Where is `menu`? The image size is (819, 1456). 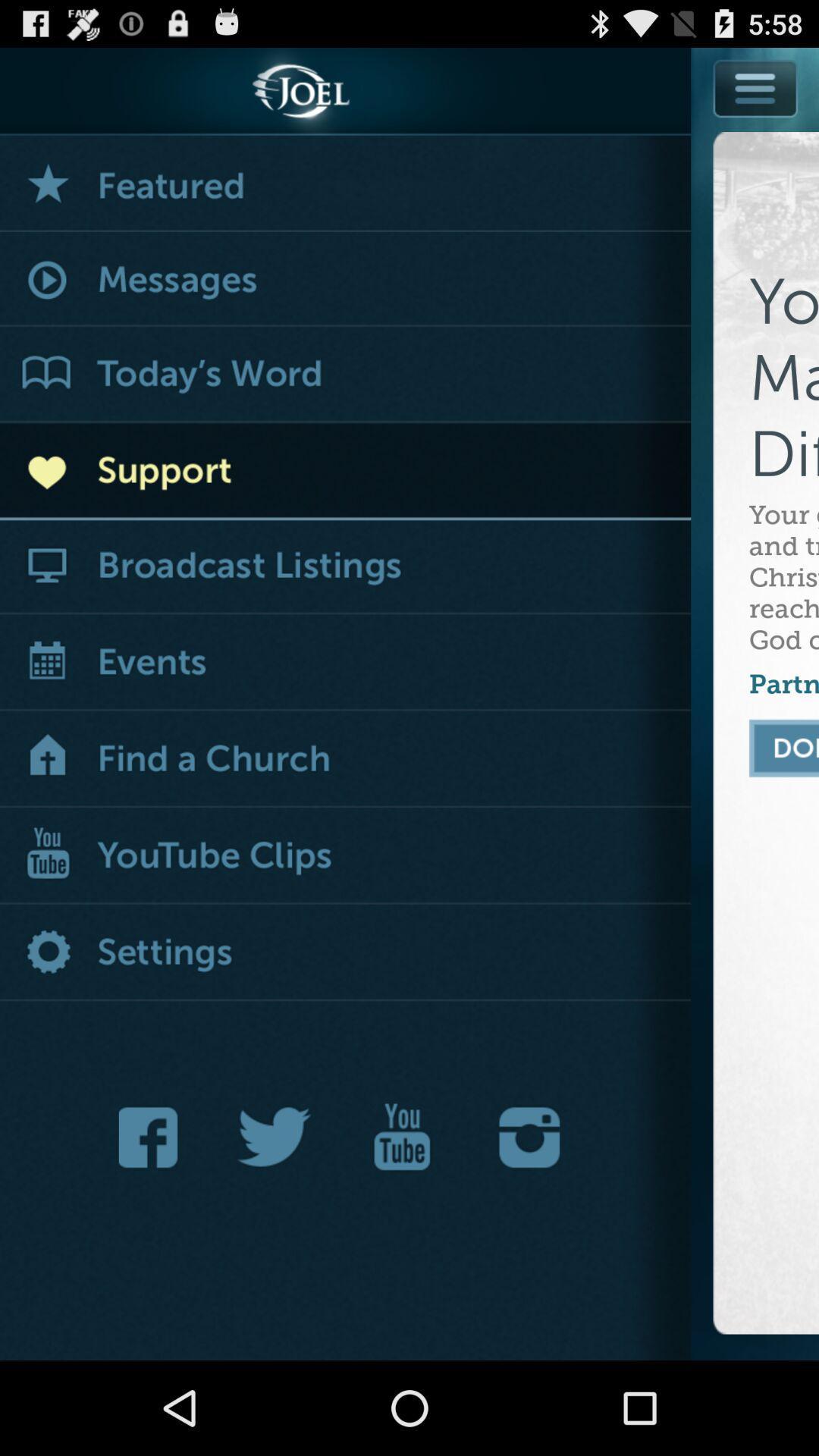 menu is located at coordinates (756, 87).